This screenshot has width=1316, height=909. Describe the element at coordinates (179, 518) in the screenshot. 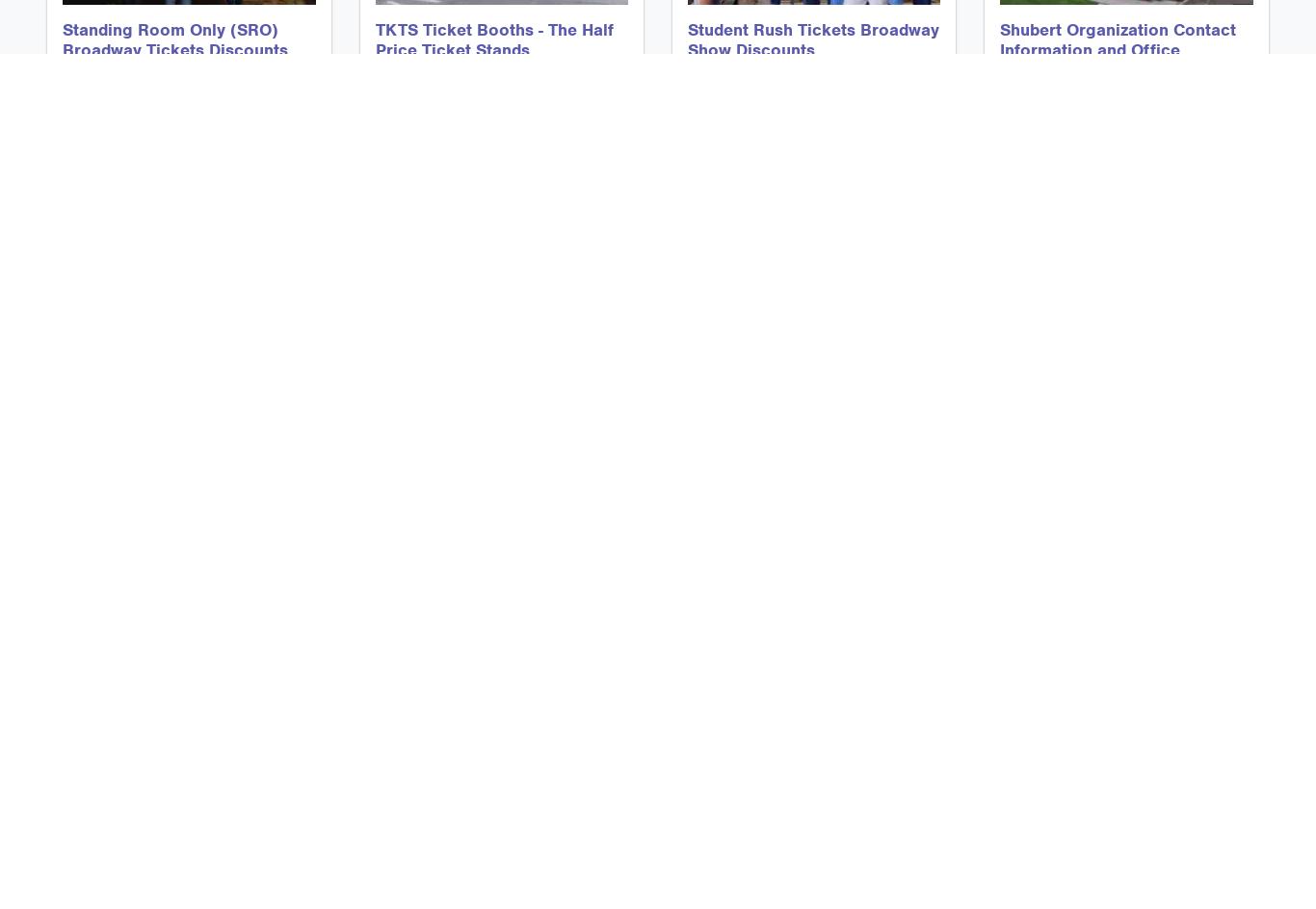

I see `'How To Use The Ticketmaster Discount Code Page on Android Devices'` at that location.